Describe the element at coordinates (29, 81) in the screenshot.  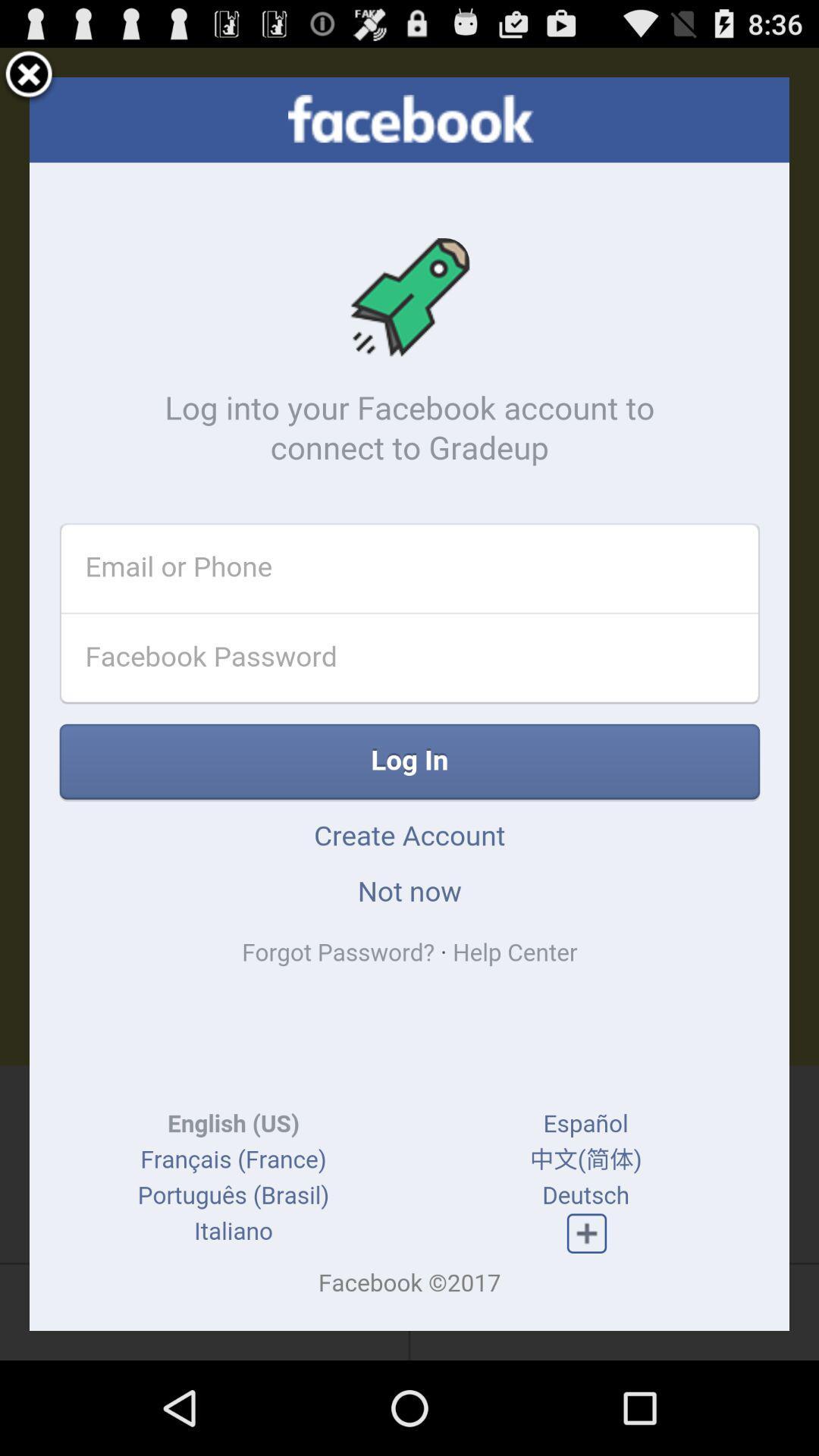
I see `the close icon` at that location.